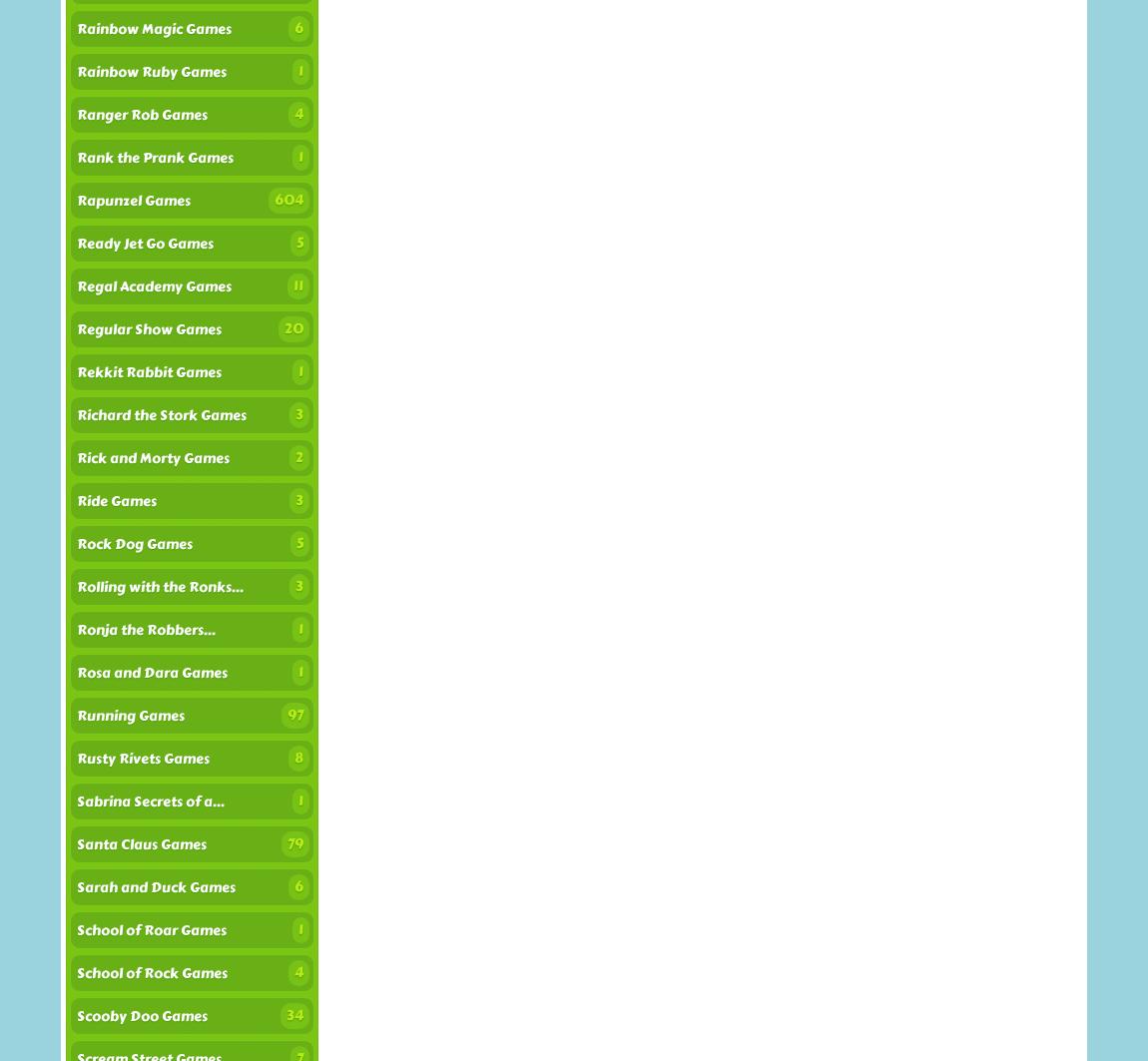  Describe the element at coordinates (298, 757) in the screenshot. I see `'8'` at that location.